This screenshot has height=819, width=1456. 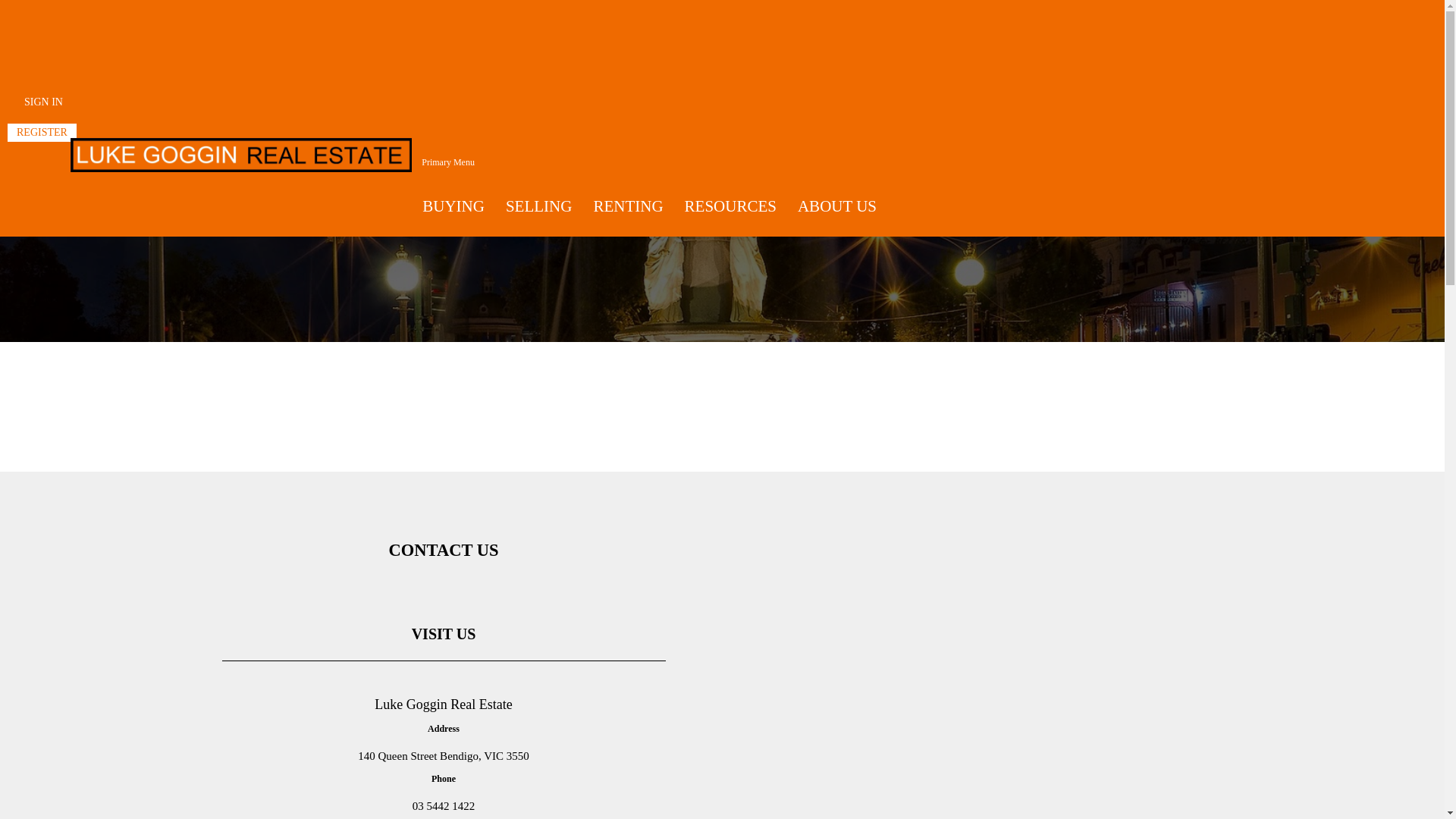 What do you see at coordinates (836, 206) in the screenshot?
I see `'ABOUT US'` at bounding box center [836, 206].